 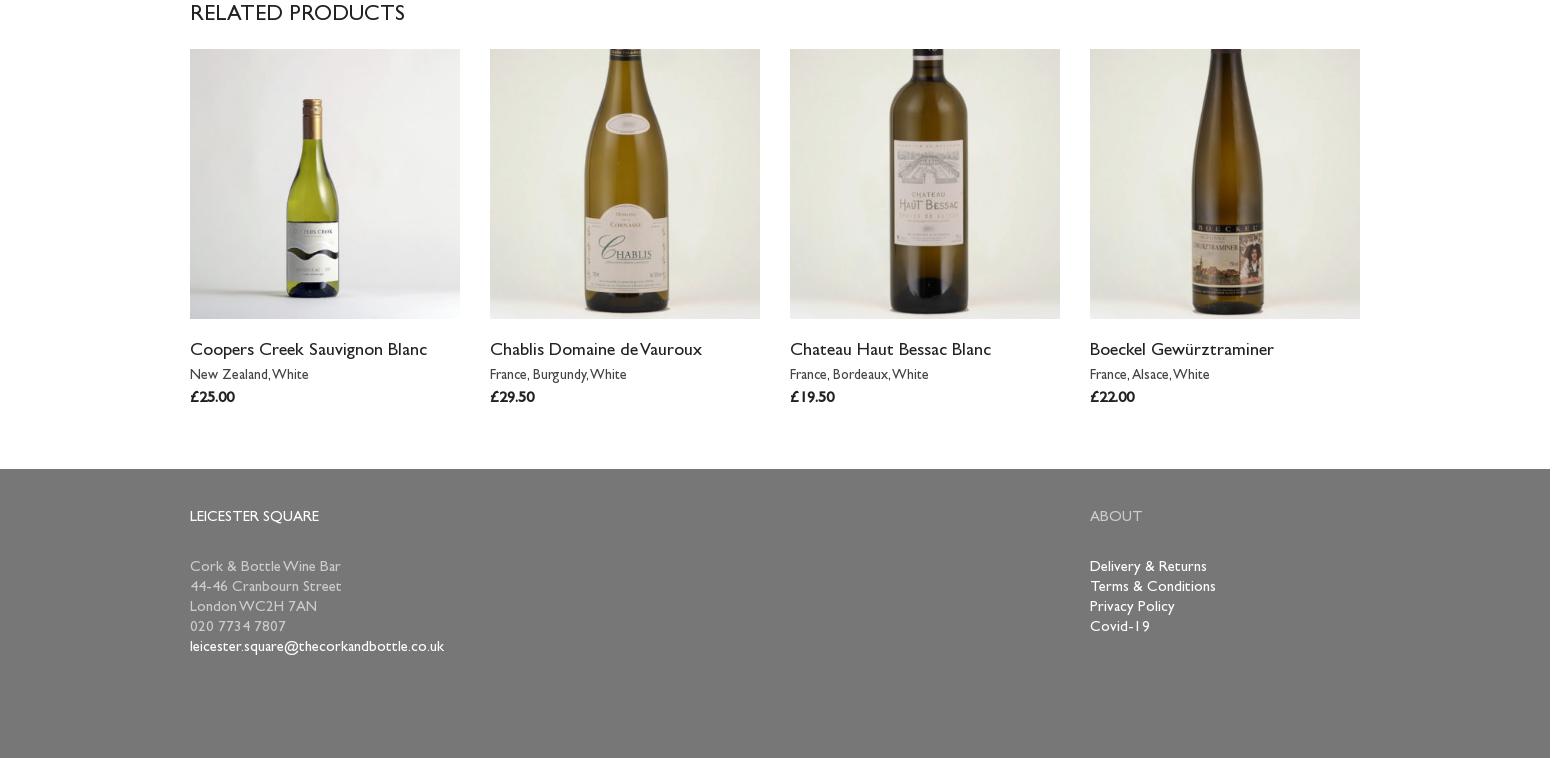 What do you see at coordinates (1120, 628) in the screenshot?
I see `'Covid-19'` at bounding box center [1120, 628].